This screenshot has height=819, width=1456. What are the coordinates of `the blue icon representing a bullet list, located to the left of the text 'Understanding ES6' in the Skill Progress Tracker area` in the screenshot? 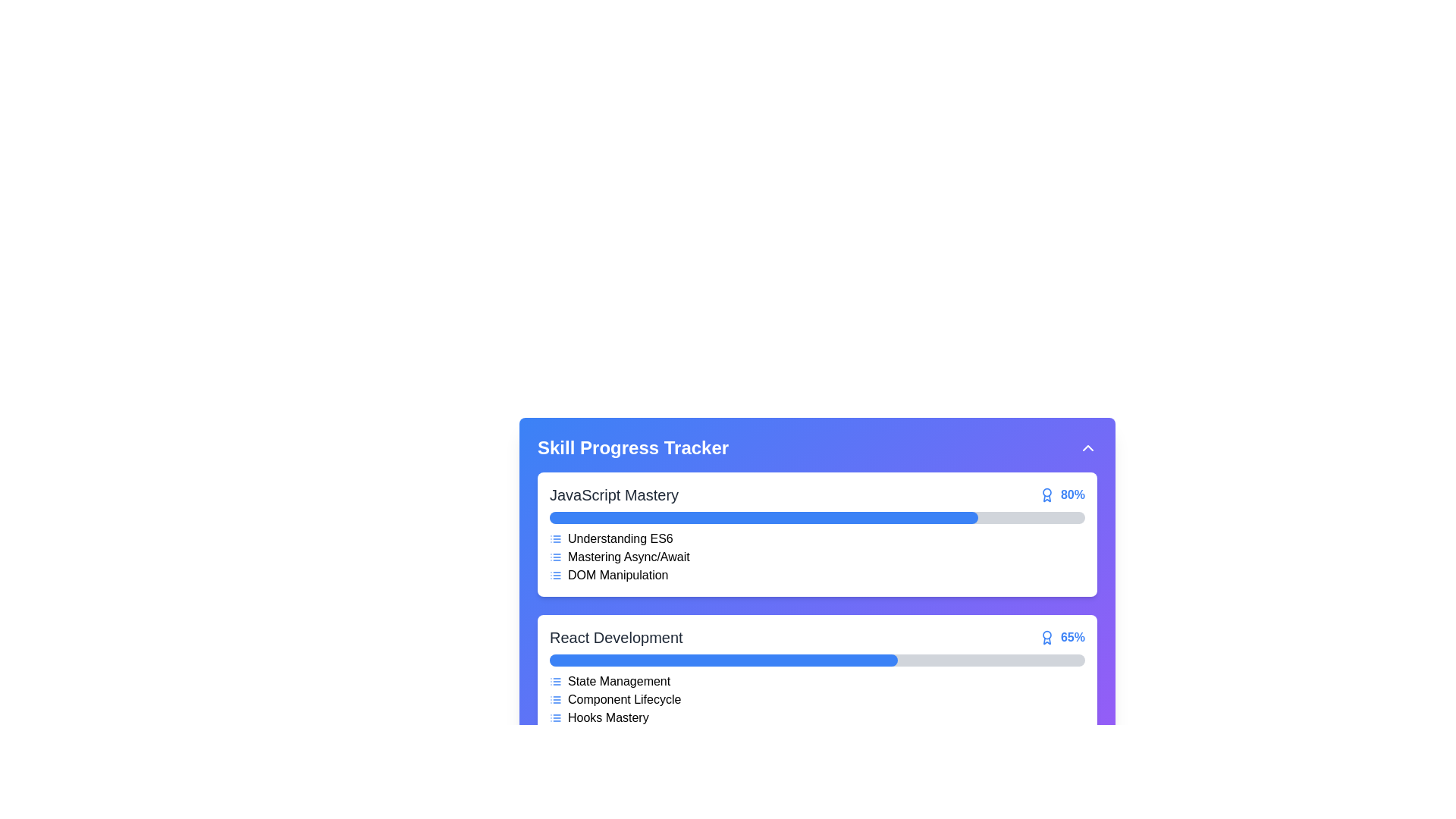 It's located at (555, 538).